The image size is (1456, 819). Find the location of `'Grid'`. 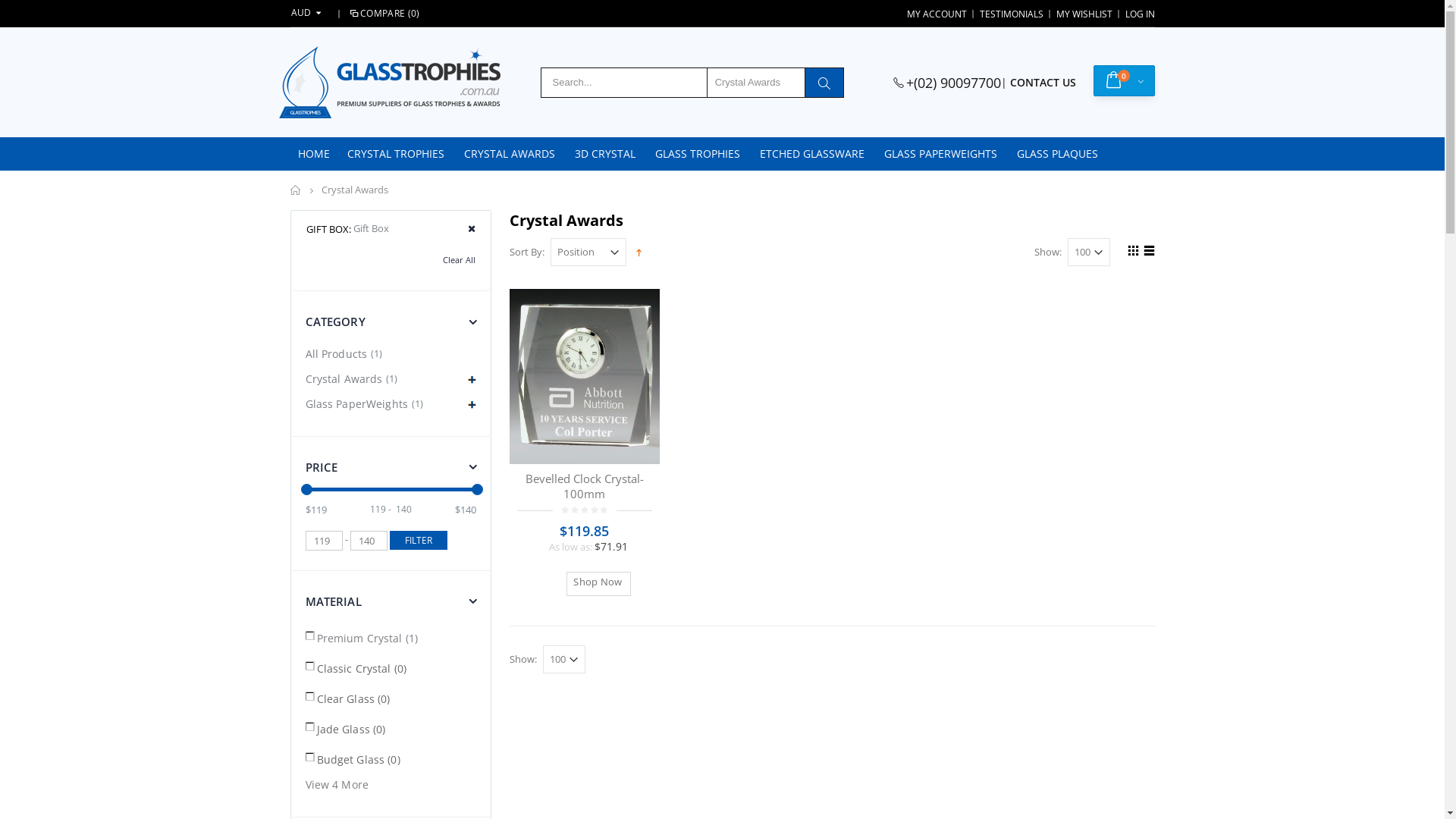

'Grid' is located at coordinates (1131, 251).